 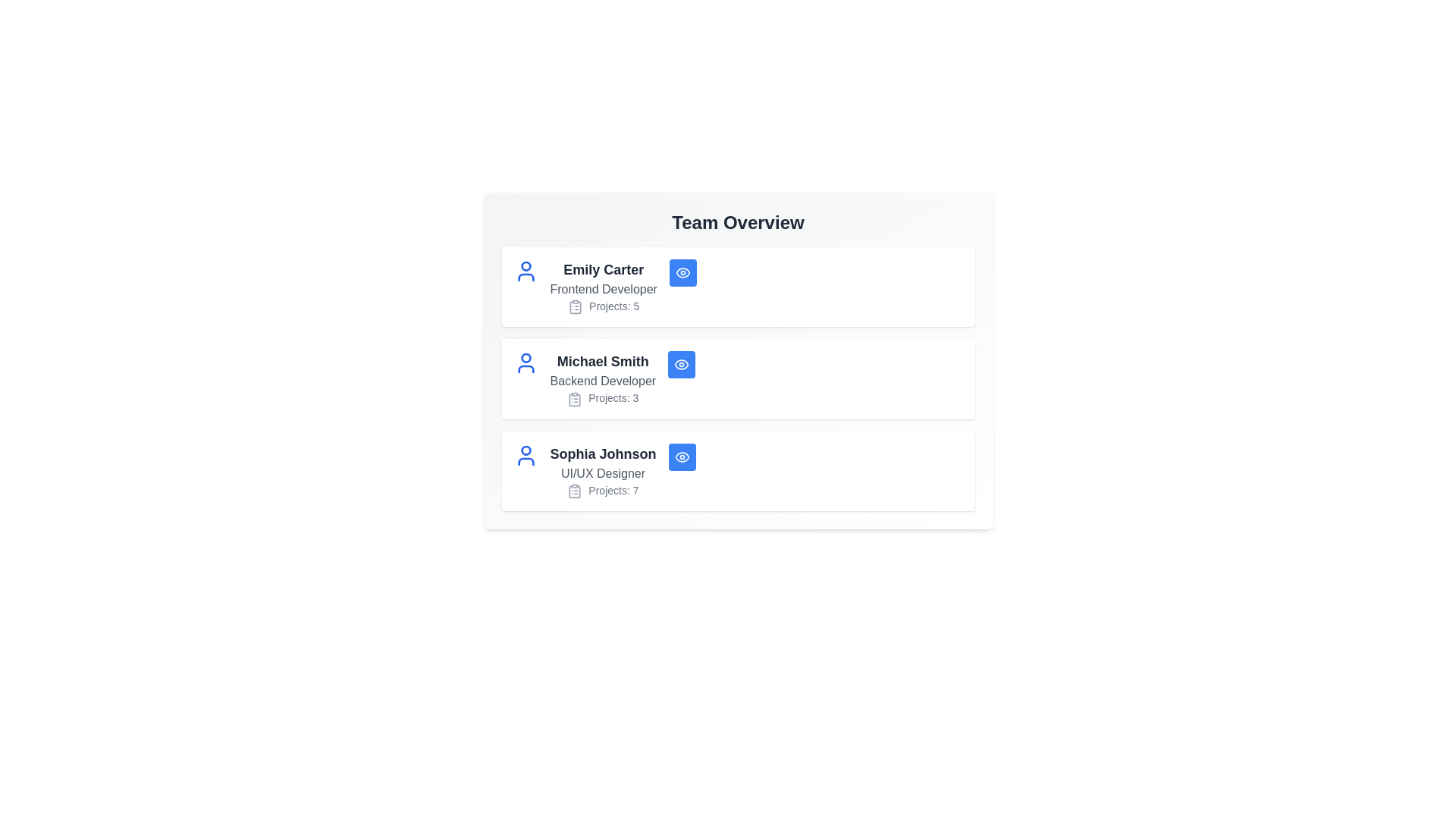 I want to click on the icon representing a team member identified by Michael Smith, so click(x=526, y=363).